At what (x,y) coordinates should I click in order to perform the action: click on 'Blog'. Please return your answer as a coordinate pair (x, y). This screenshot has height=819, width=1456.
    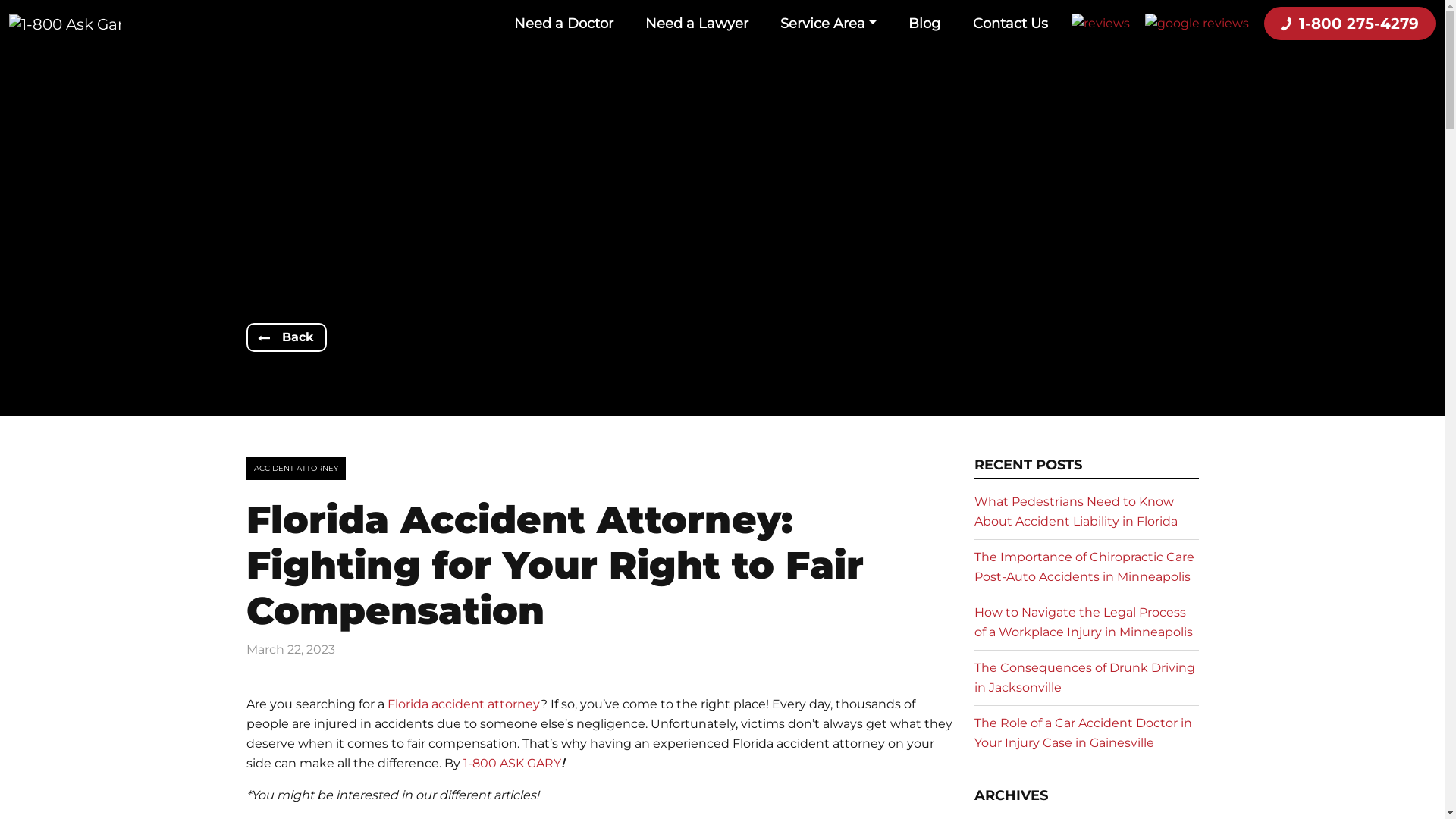
    Looking at the image, I should click on (924, 23).